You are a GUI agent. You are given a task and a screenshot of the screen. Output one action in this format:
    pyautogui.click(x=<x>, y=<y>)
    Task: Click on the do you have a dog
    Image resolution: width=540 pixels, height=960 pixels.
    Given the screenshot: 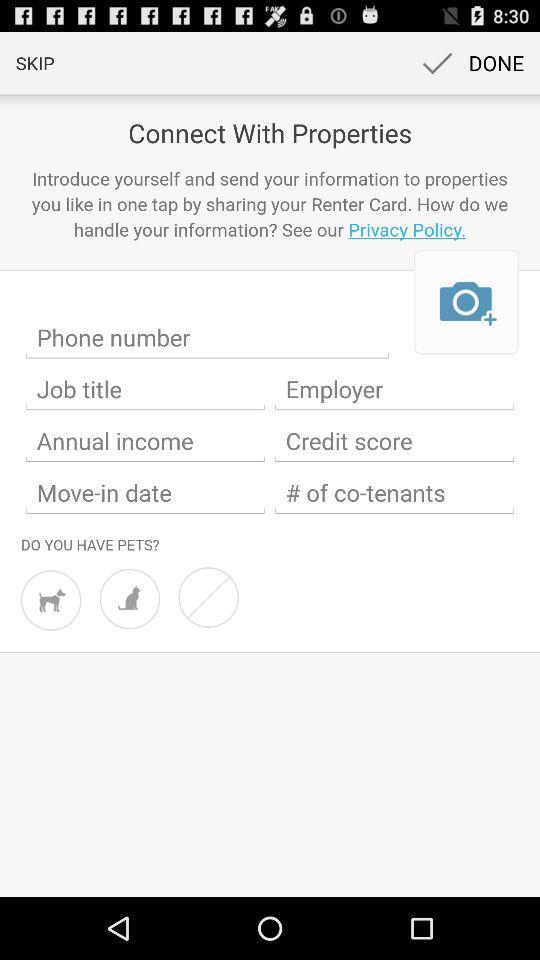 What is the action you would take?
    pyautogui.click(x=51, y=600)
    